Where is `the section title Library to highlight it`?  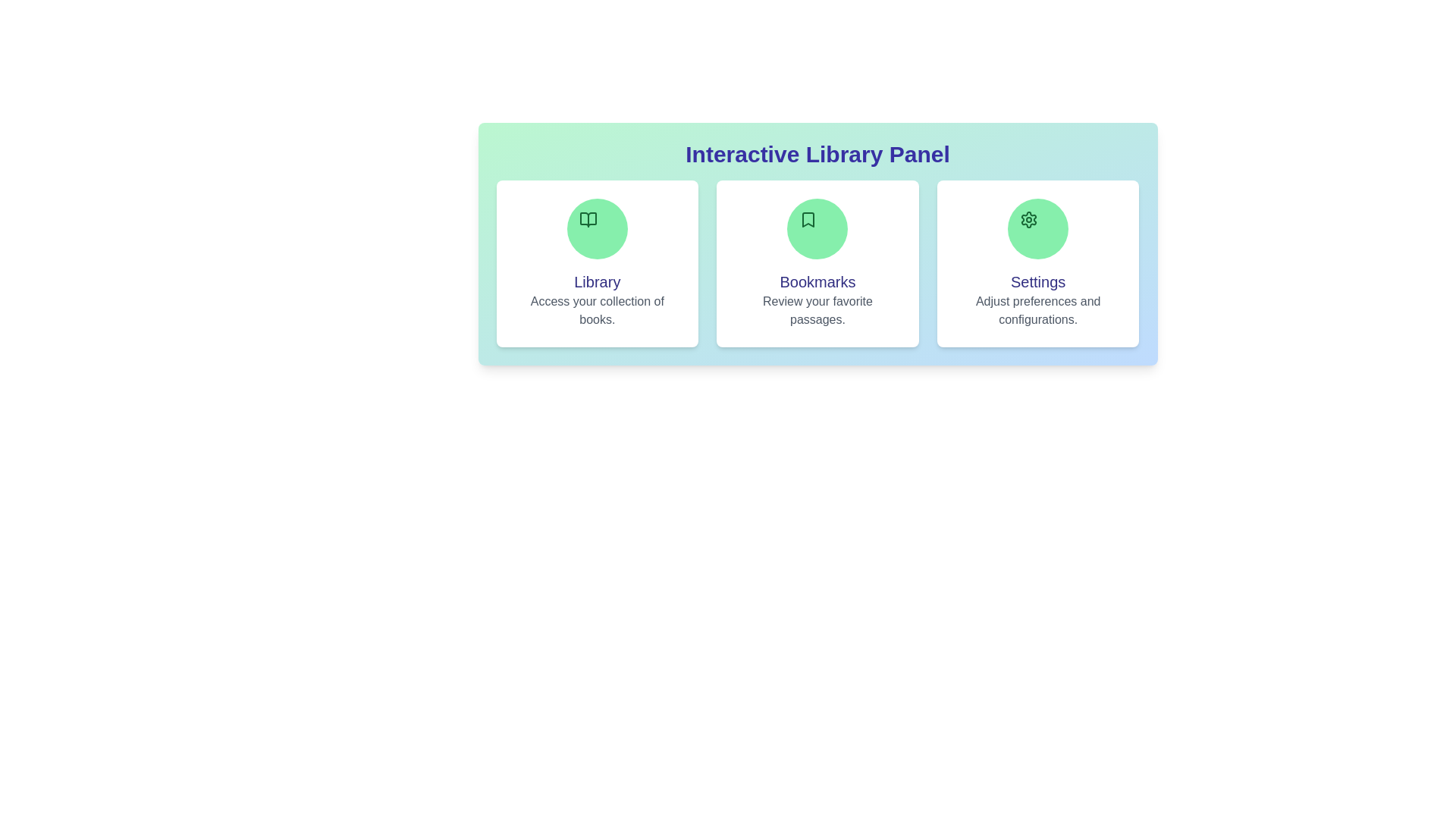 the section title Library to highlight it is located at coordinates (596, 281).